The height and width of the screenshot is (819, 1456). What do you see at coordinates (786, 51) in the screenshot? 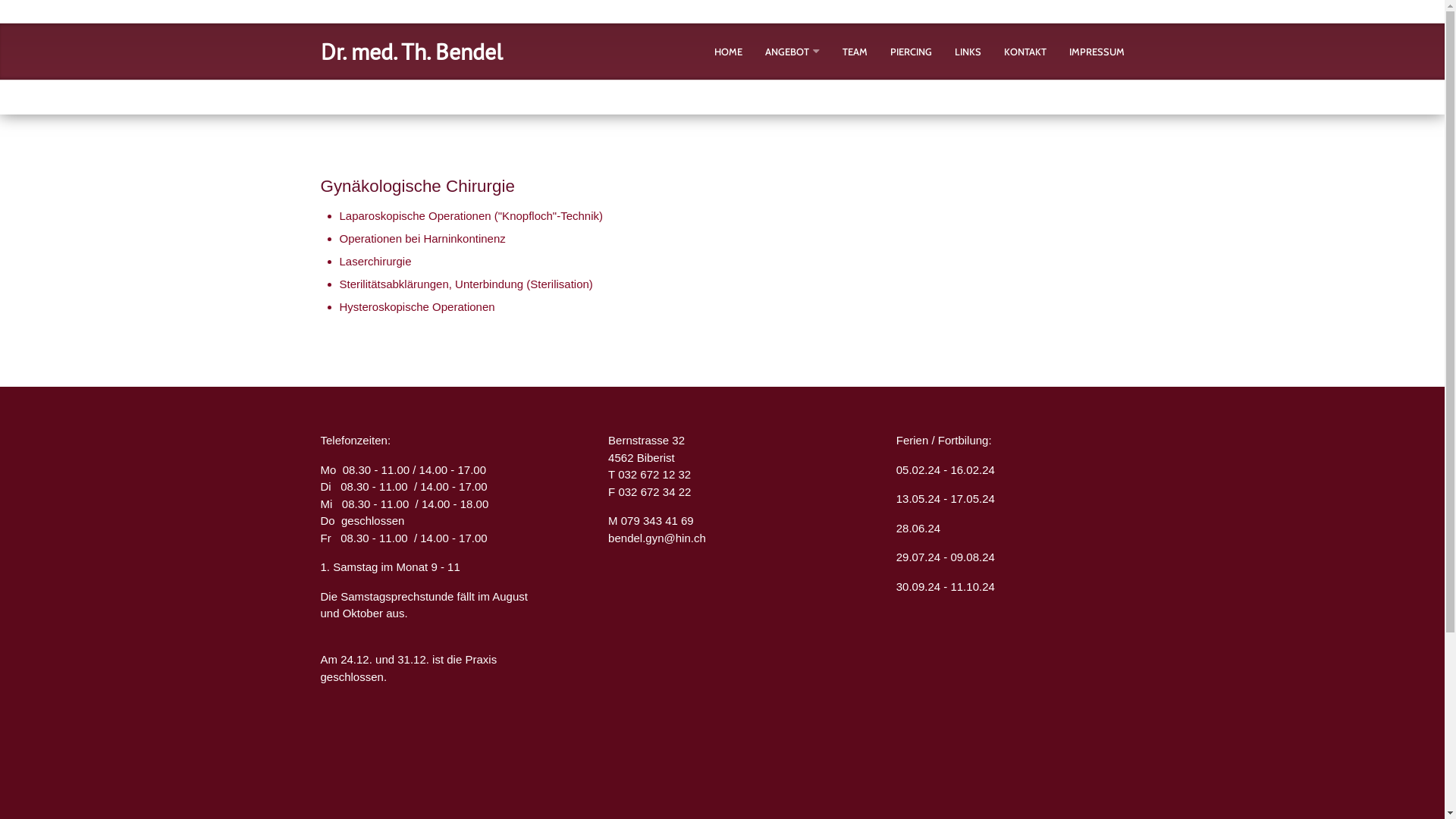
I see `'ANGEBOT'` at bounding box center [786, 51].